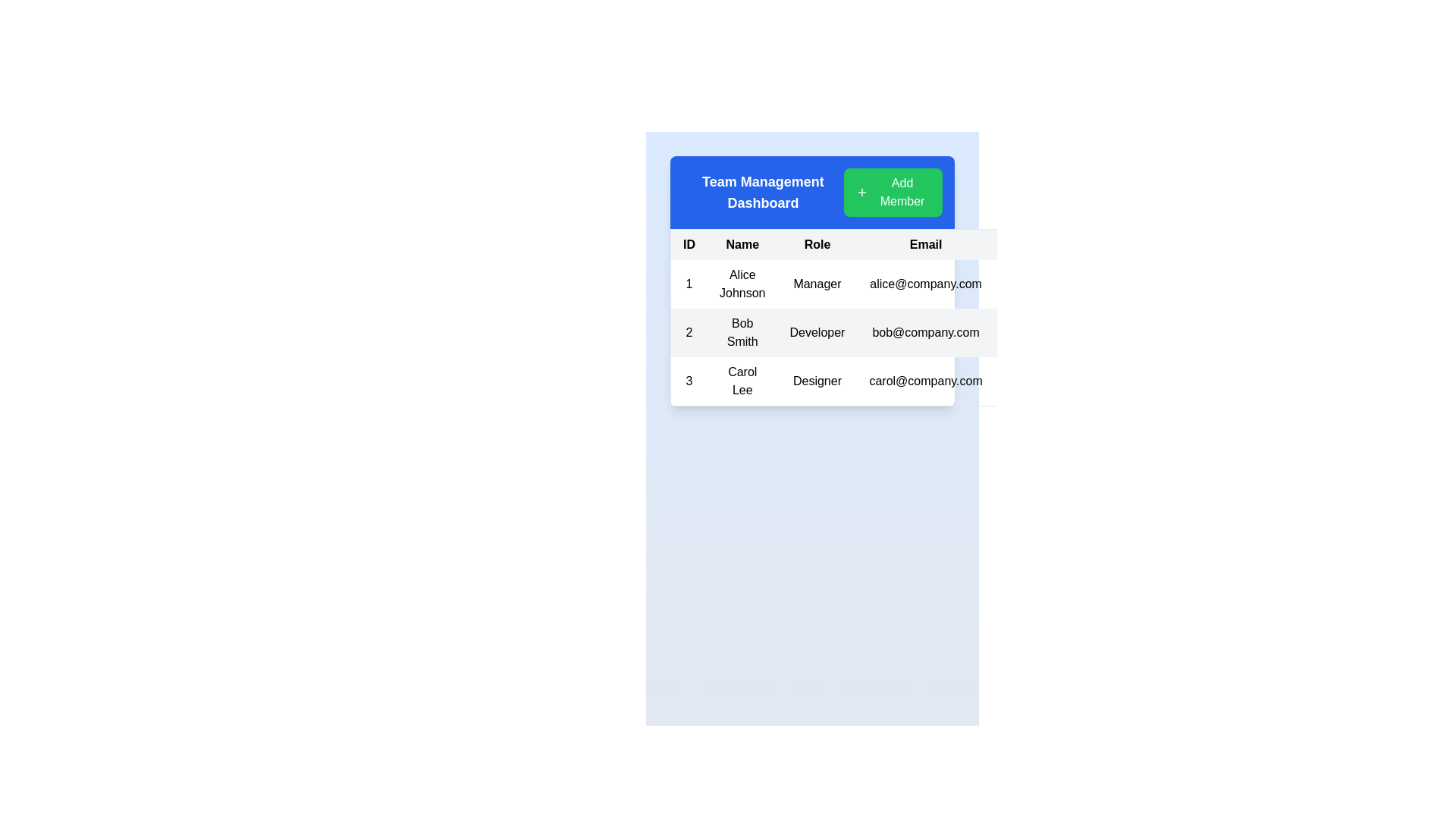  Describe the element at coordinates (925, 332) in the screenshot. I see `the static text displaying 'bob@company.com' located in the 'Email' column of the second row in the table` at that location.